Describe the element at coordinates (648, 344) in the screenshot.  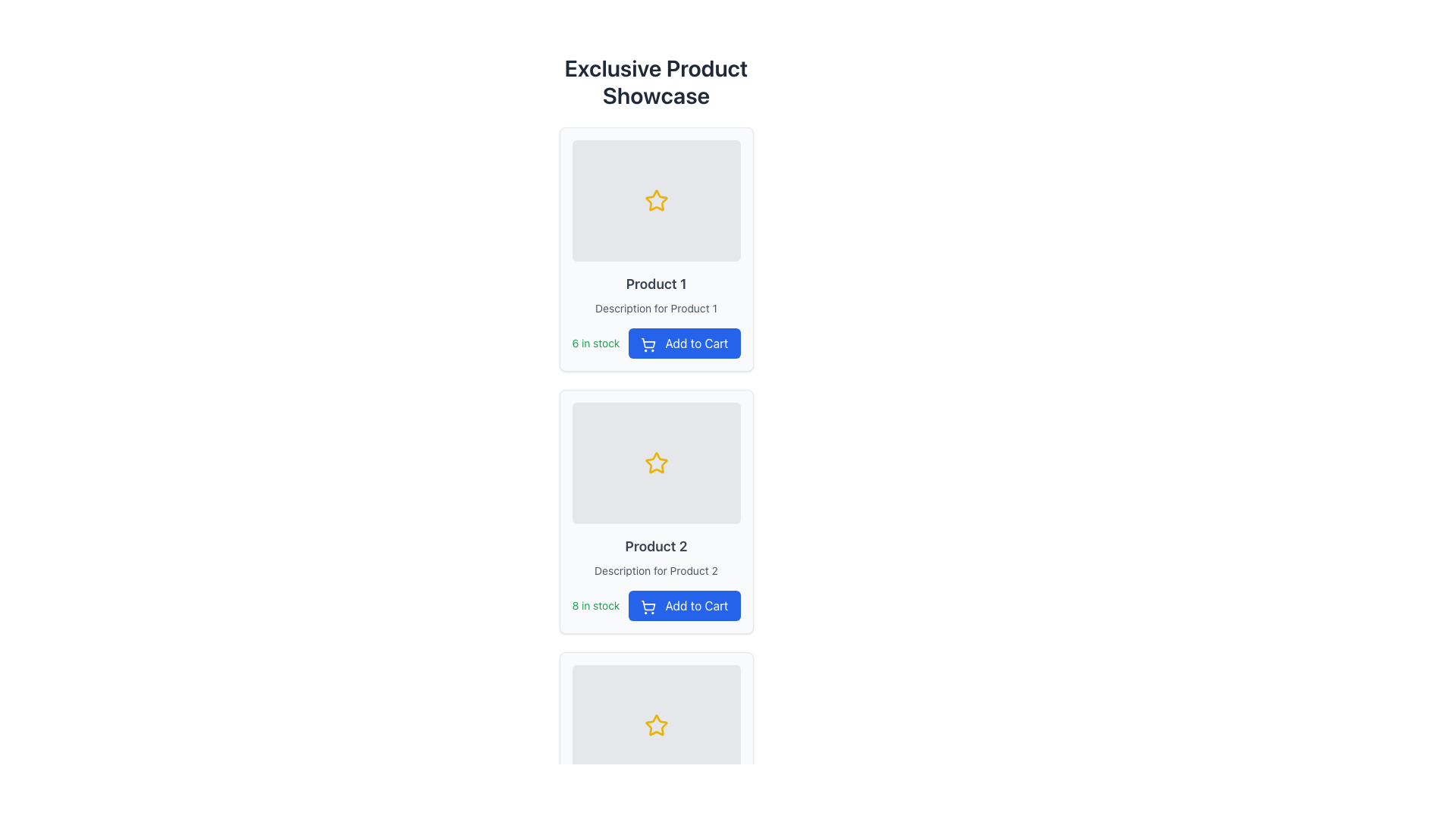
I see `the shopping cart icon located inside the blue button of the first product card in the vertical list of products` at that location.